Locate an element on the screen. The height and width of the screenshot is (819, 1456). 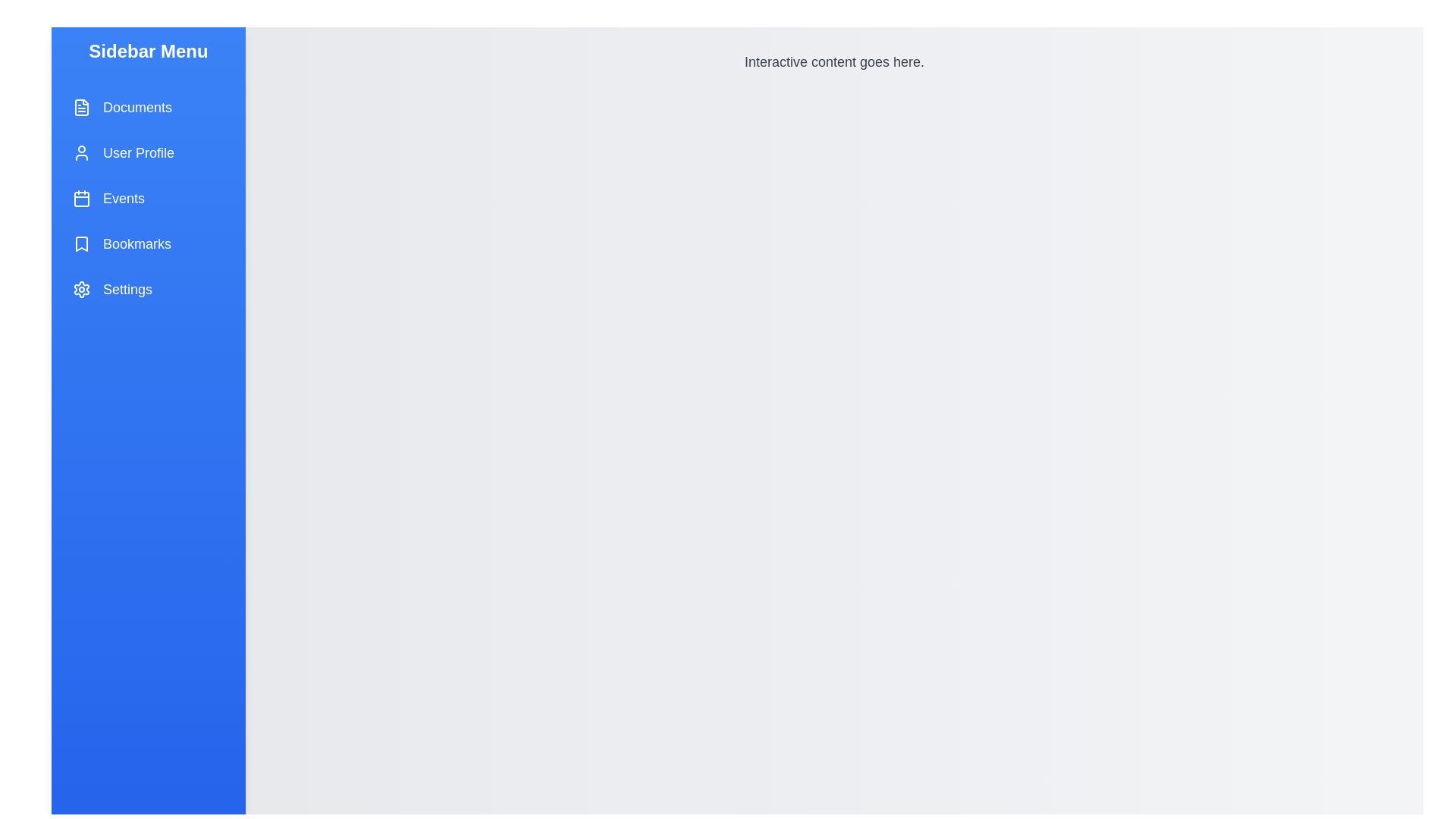
the menu item labeled User Profile is located at coordinates (149, 152).